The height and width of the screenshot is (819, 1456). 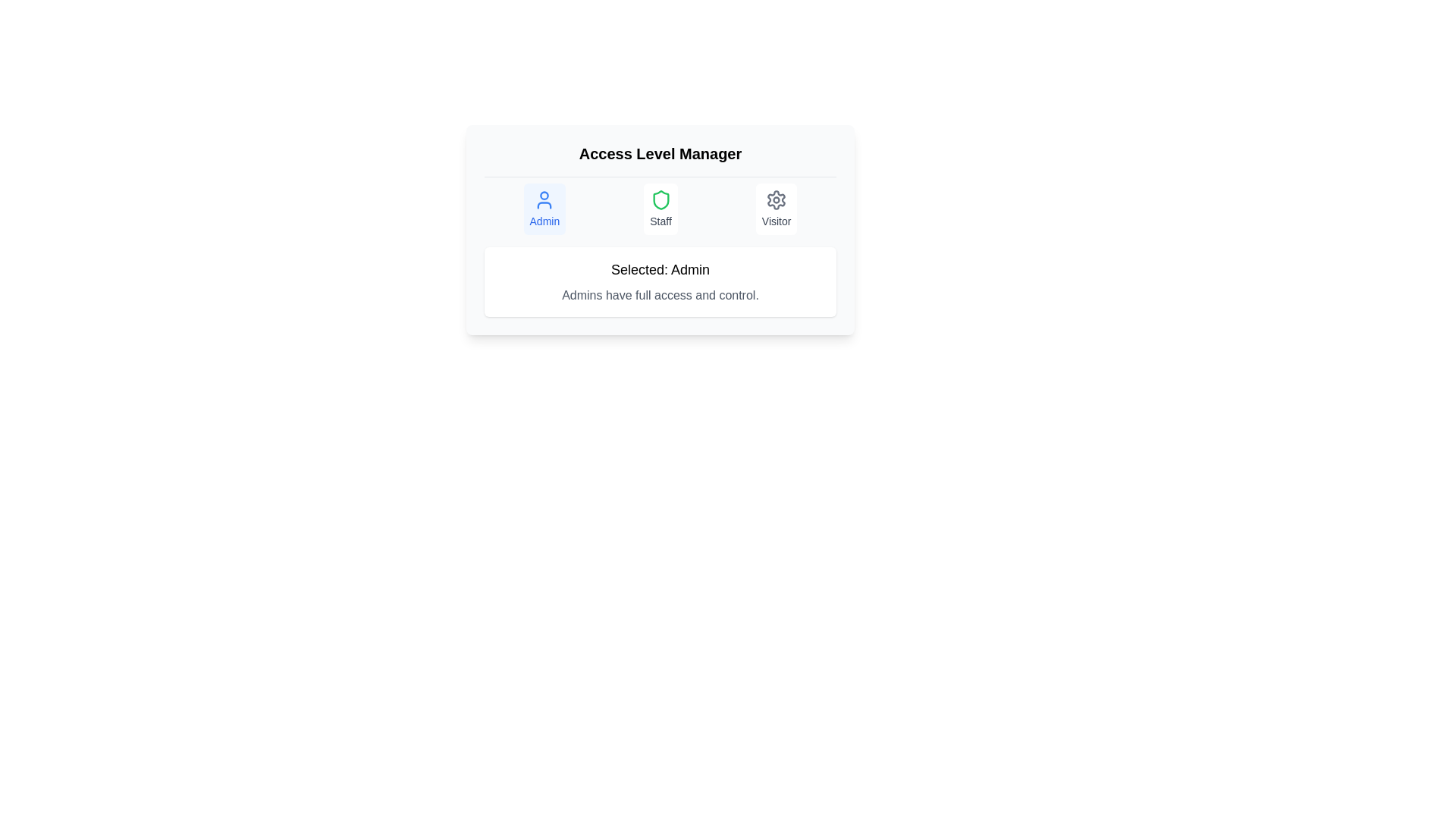 What do you see at coordinates (777, 199) in the screenshot?
I see `the cogwheel icon representing the 'Visitor' access level located in the bottom-right corner of the 'Visitor' card` at bounding box center [777, 199].